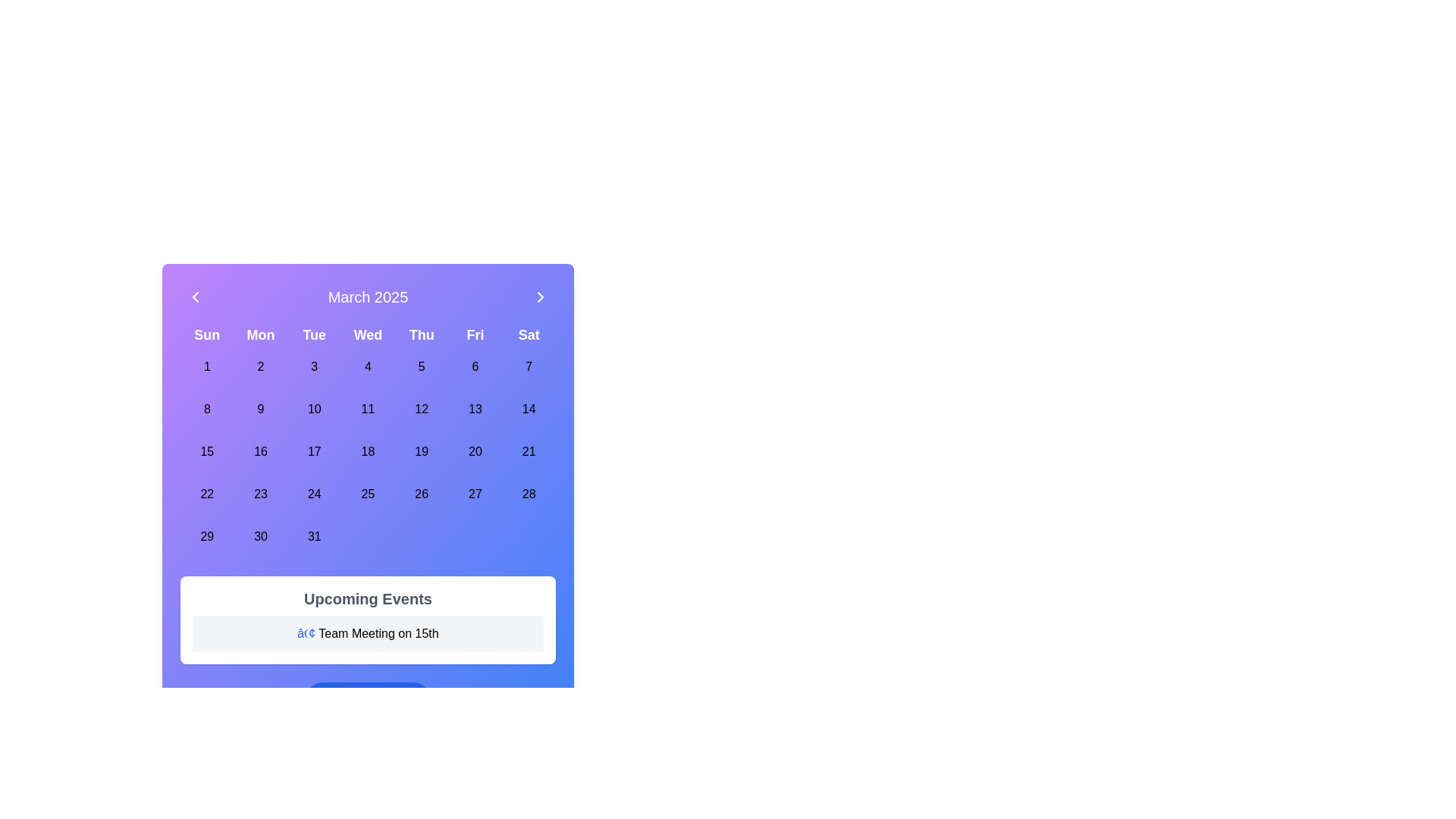 This screenshot has width=1456, height=819. What do you see at coordinates (313, 366) in the screenshot?
I see `the rounded button containing the number '3' in the weekly grid calendar` at bounding box center [313, 366].